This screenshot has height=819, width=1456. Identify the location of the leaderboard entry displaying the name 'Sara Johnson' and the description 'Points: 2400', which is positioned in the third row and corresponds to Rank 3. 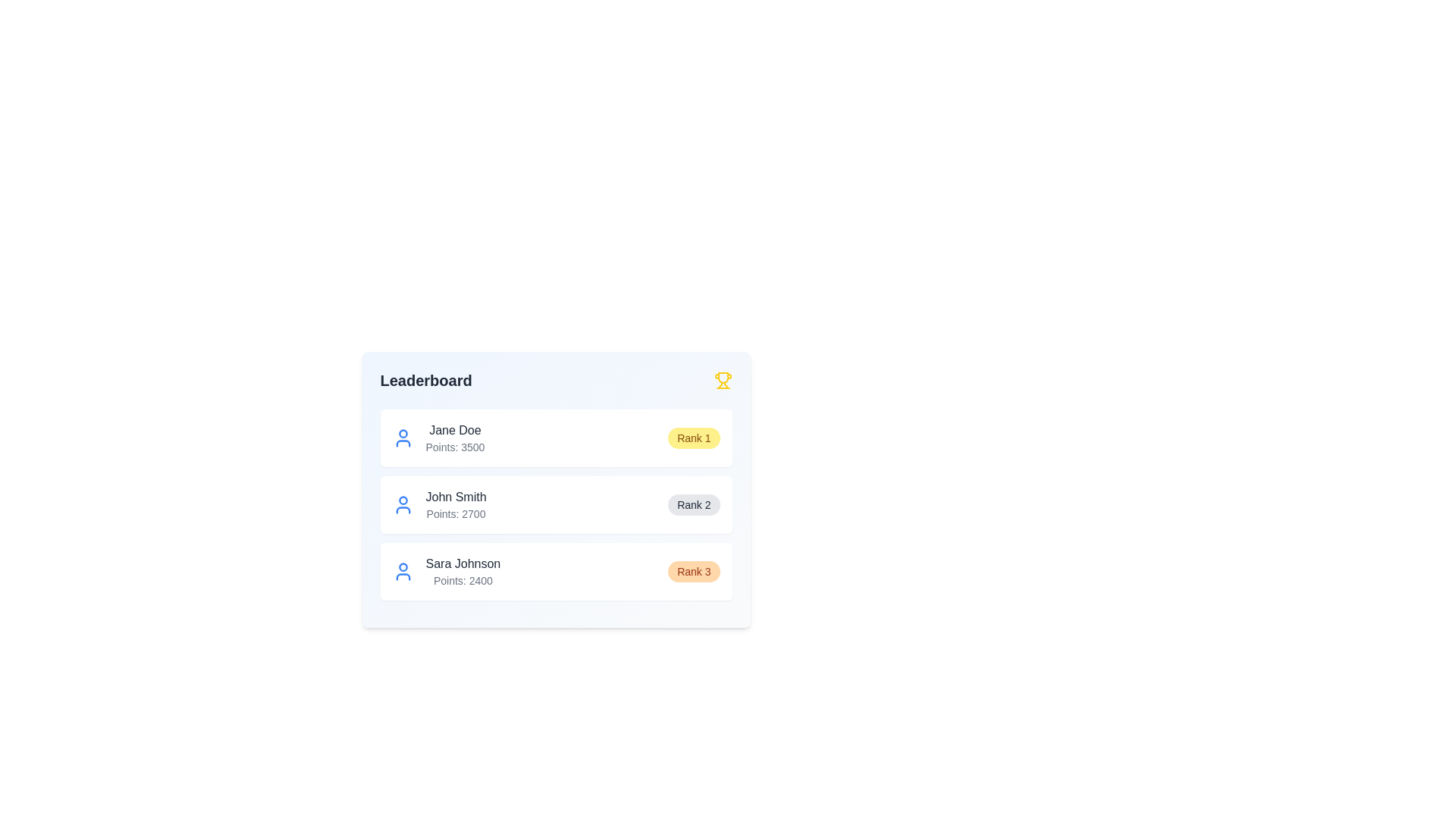
(462, 571).